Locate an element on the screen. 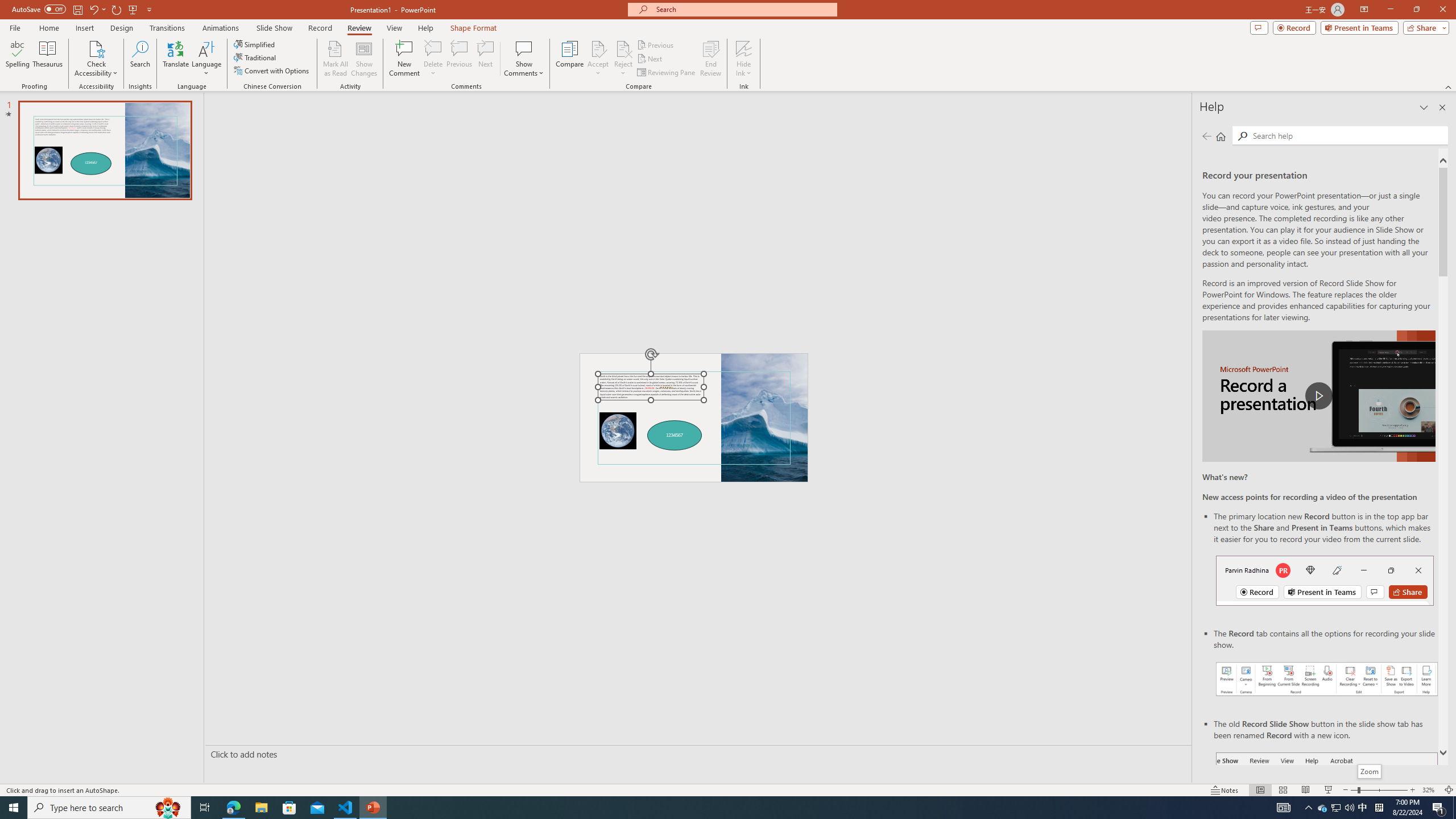 This screenshot has height=819, width=1456. 'Traditional' is located at coordinates (255, 56).